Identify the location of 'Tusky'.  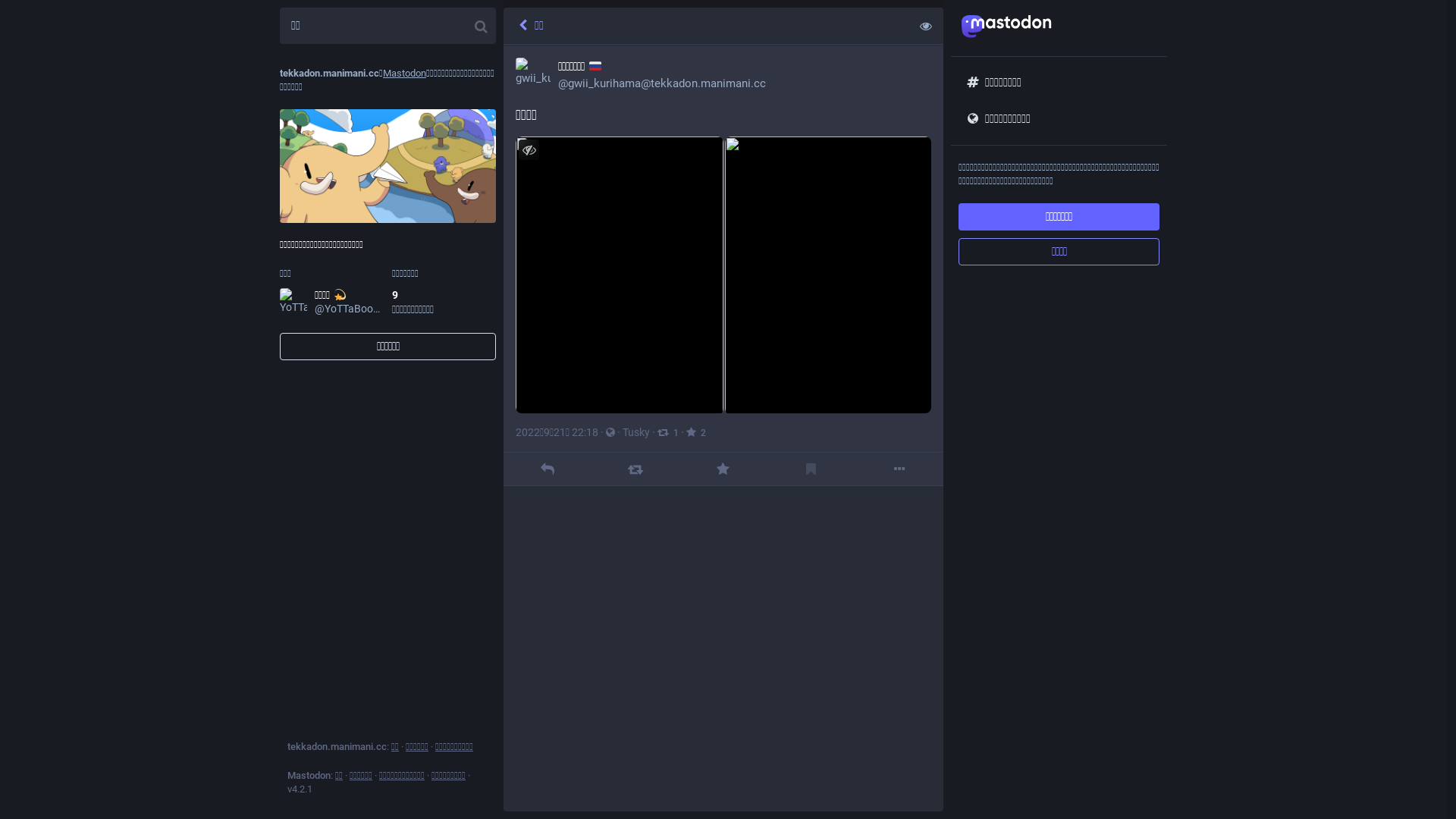
(636, 432).